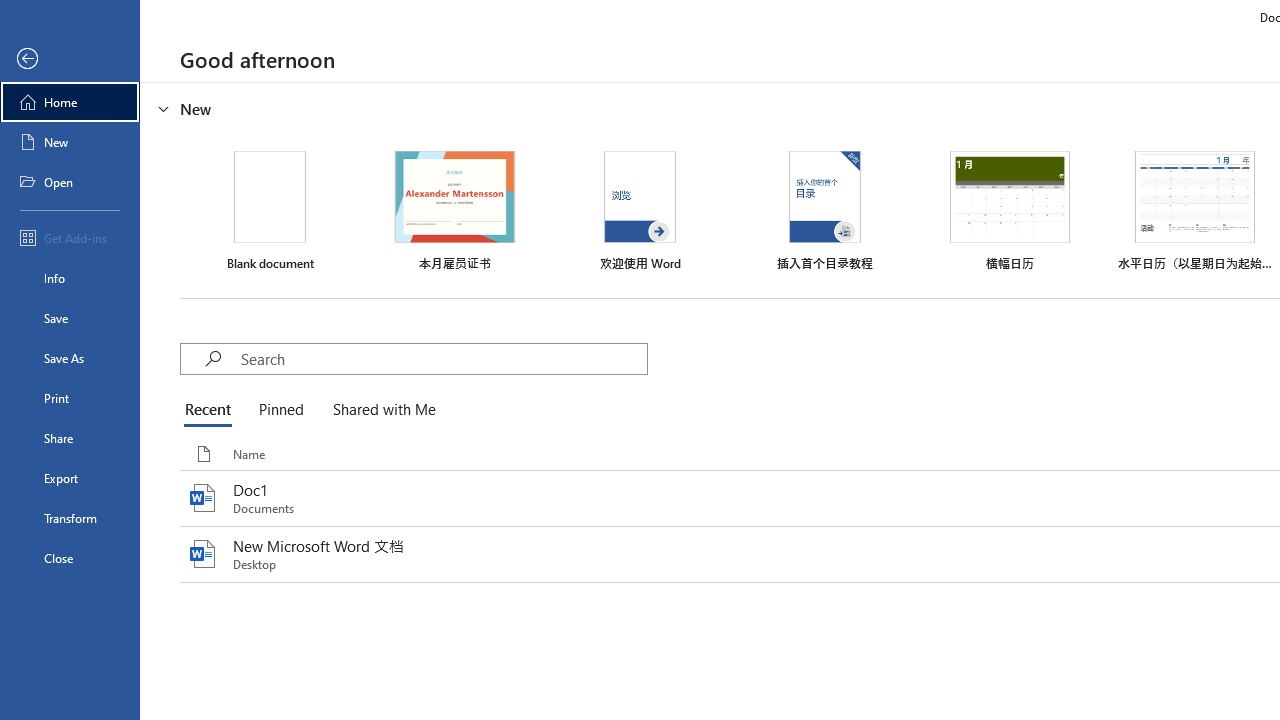 The width and height of the screenshot is (1280, 720). I want to click on 'Recent', so click(212, 410).